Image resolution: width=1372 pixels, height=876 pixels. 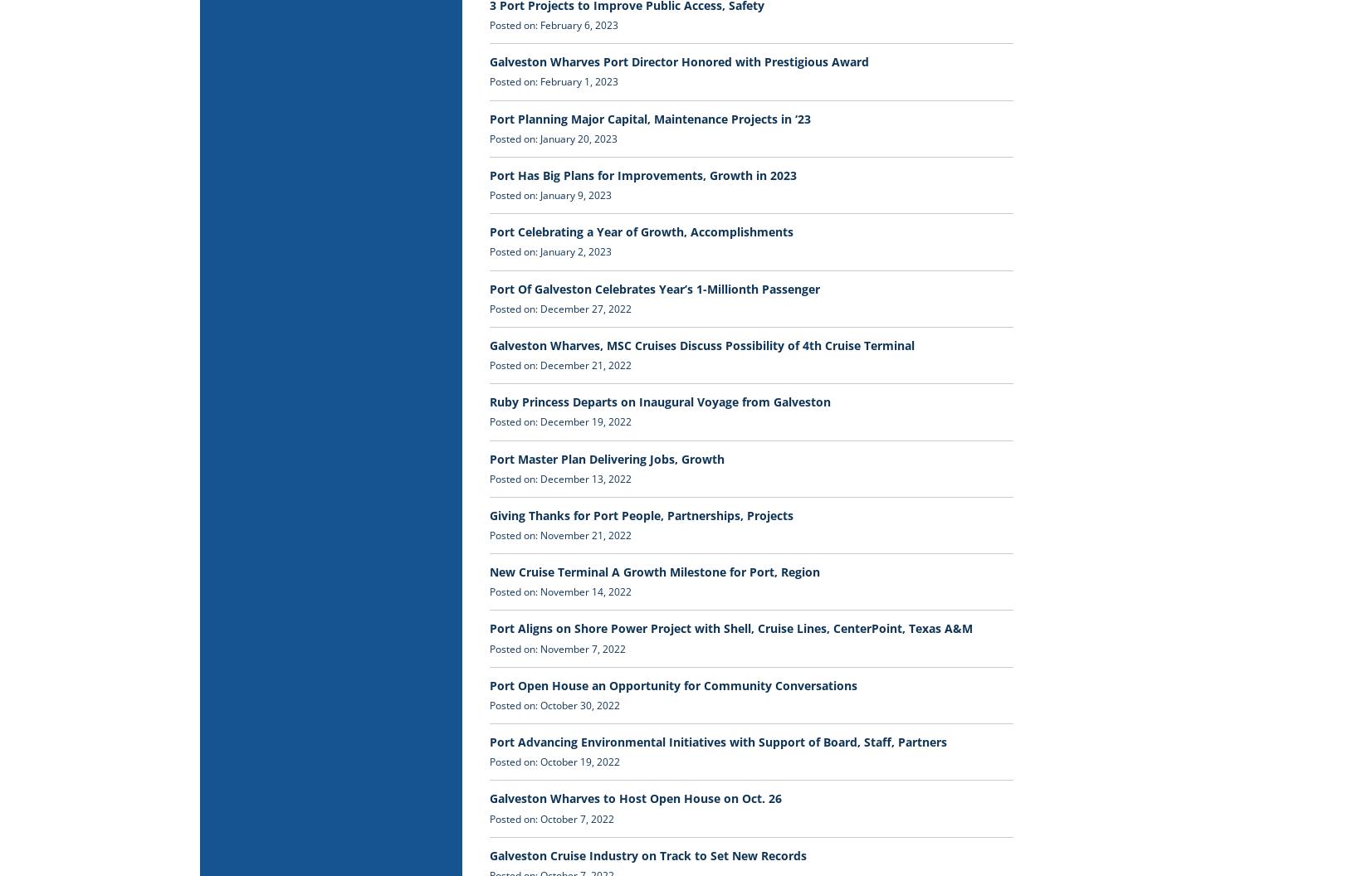 I want to click on 'New Cruise Terminal A Growth Milestone for Port, Region', so click(x=488, y=572).